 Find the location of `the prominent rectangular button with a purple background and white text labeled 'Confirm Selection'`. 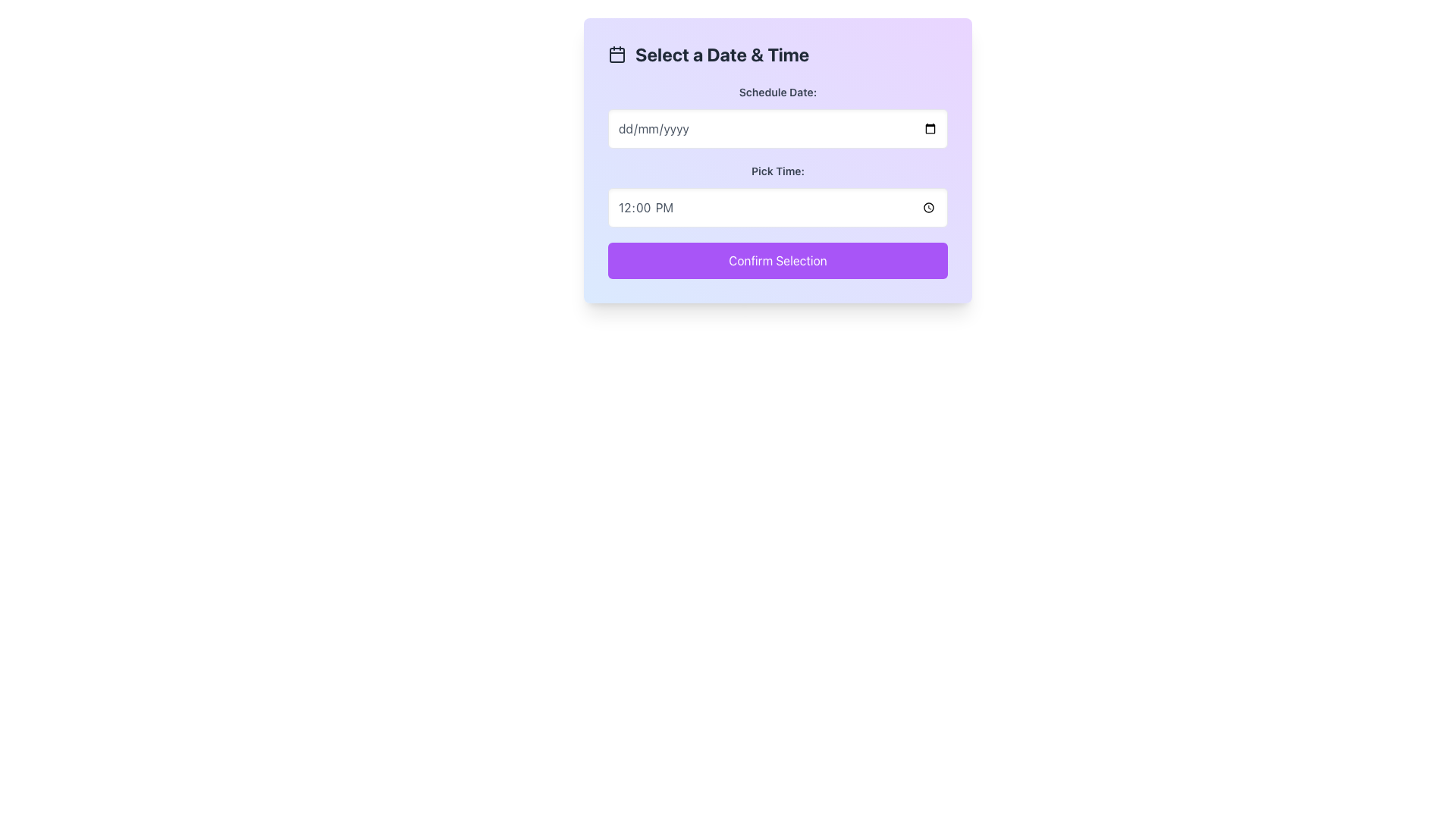

the prominent rectangular button with a purple background and white text labeled 'Confirm Selection' is located at coordinates (778, 259).